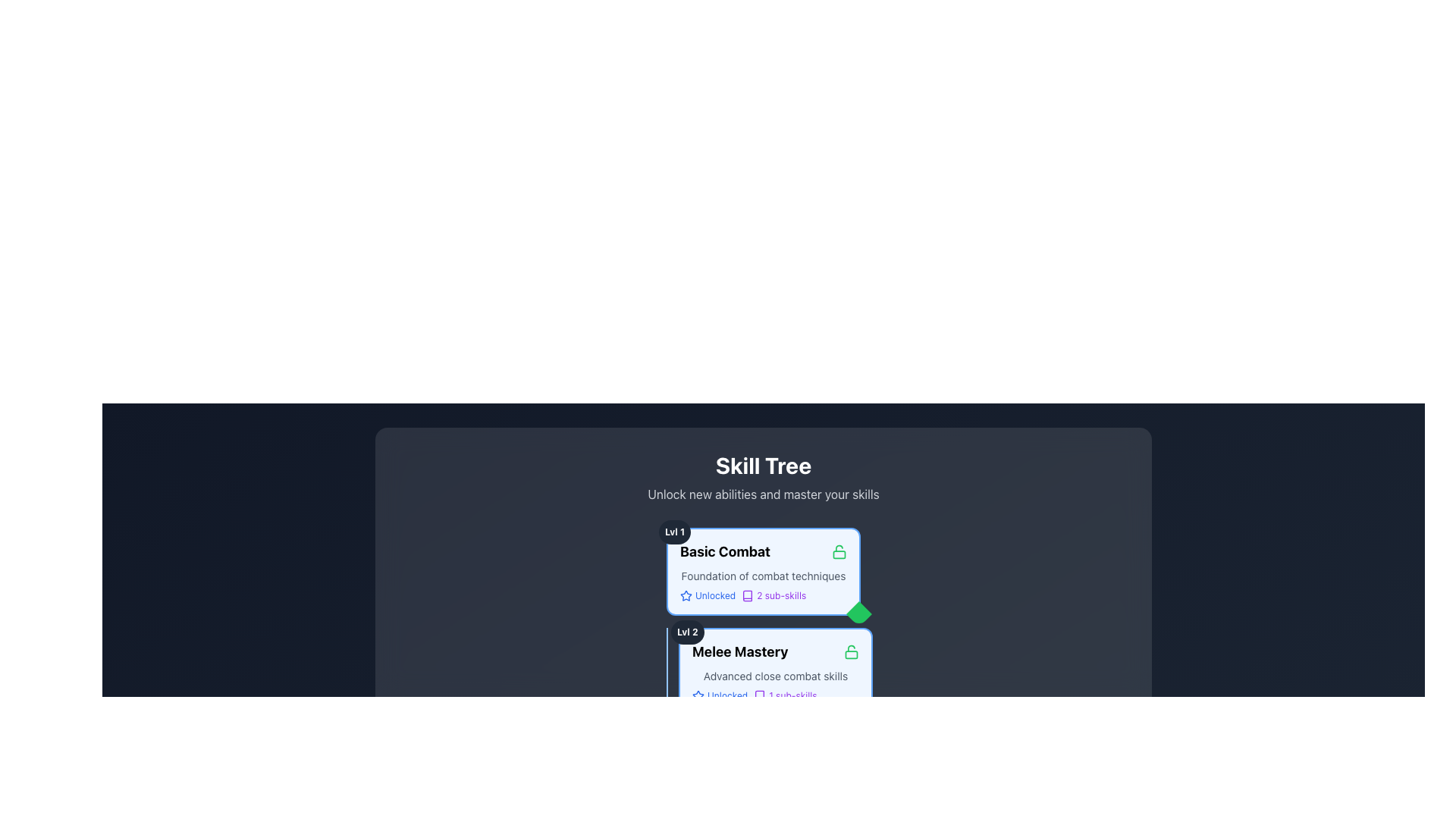 This screenshot has width=1456, height=819. Describe the element at coordinates (726, 696) in the screenshot. I see `displayed text of the 'Unlocked' status label located below the level title in the 'Melee Mastery' box` at that location.